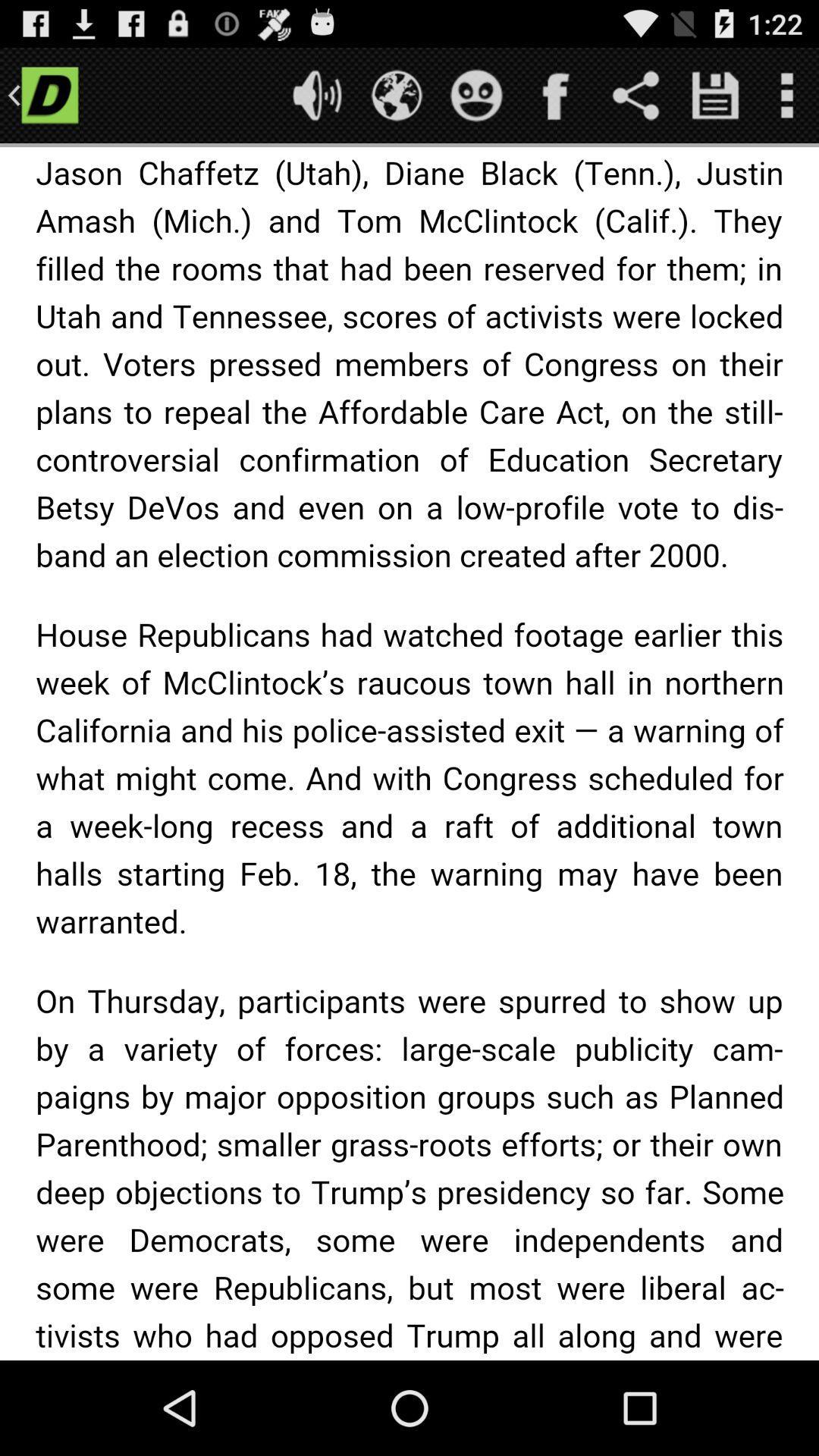  Describe the element at coordinates (316, 94) in the screenshot. I see `mute or unmute sound` at that location.